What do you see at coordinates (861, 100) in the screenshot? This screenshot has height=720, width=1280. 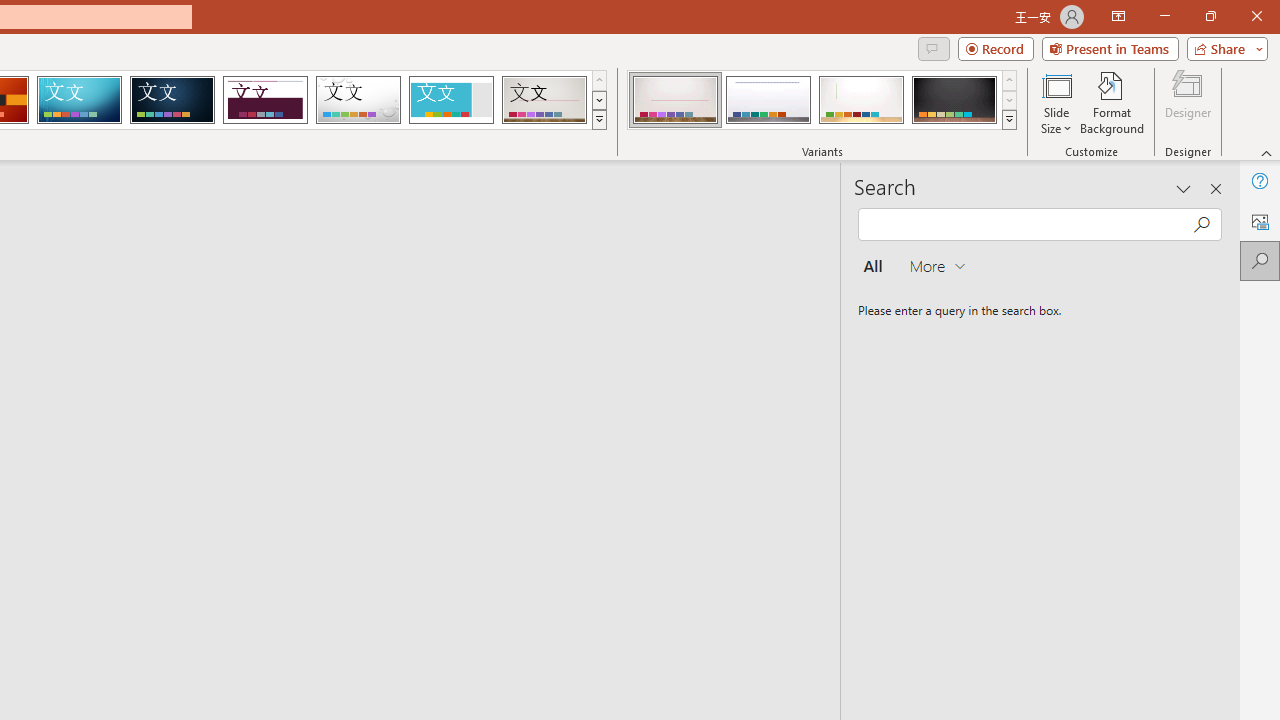 I see `'Gallery Variant 3'` at bounding box center [861, 100].